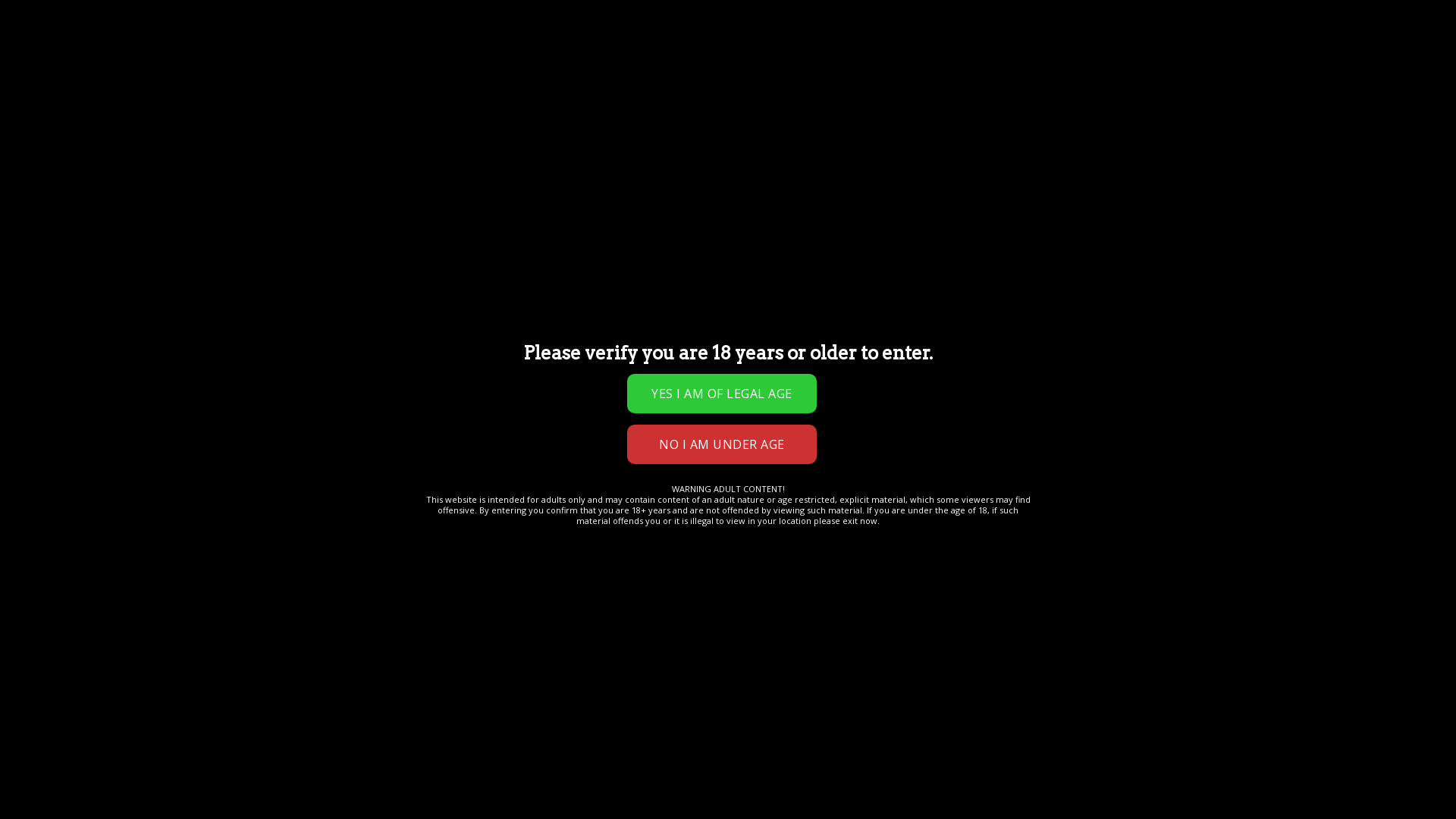 The height and width of the screenshot is (819, 1456). I want to click on 'PACKAGING', so click(779, 84).